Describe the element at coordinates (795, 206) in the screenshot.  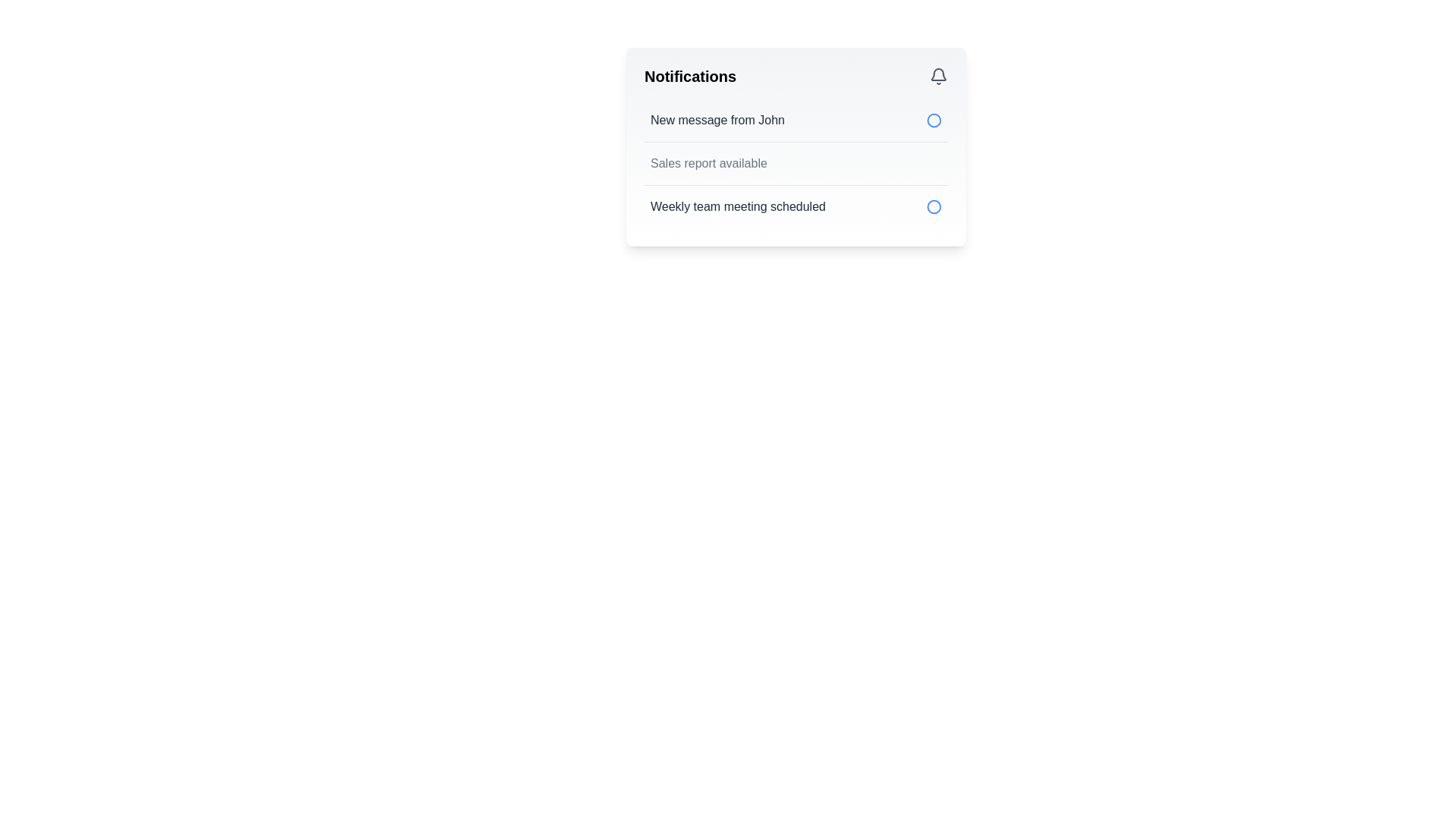
I see `the Notification item that states 'Weekly team meeting scheduled'` at that location.